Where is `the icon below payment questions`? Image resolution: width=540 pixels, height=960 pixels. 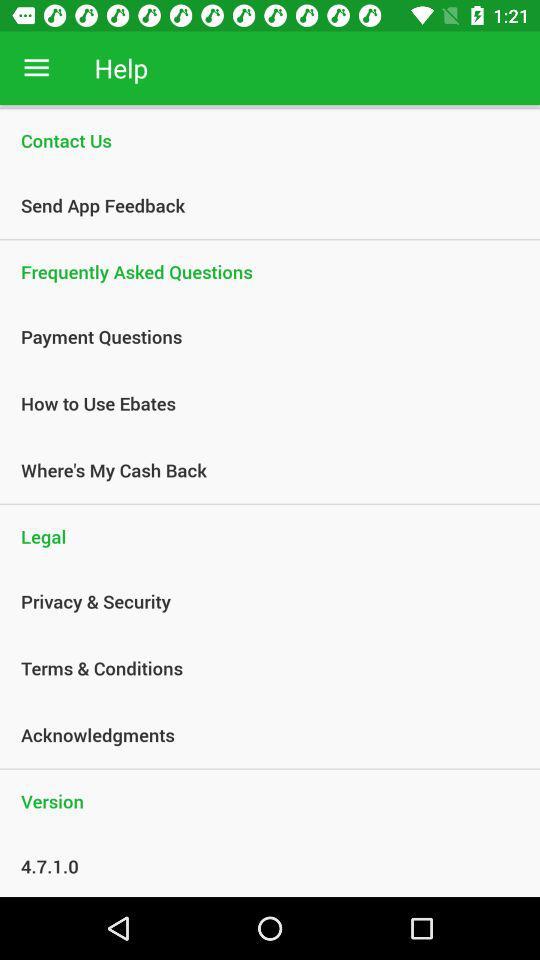
the icon below payment questions is located at coordinates (259, 402).